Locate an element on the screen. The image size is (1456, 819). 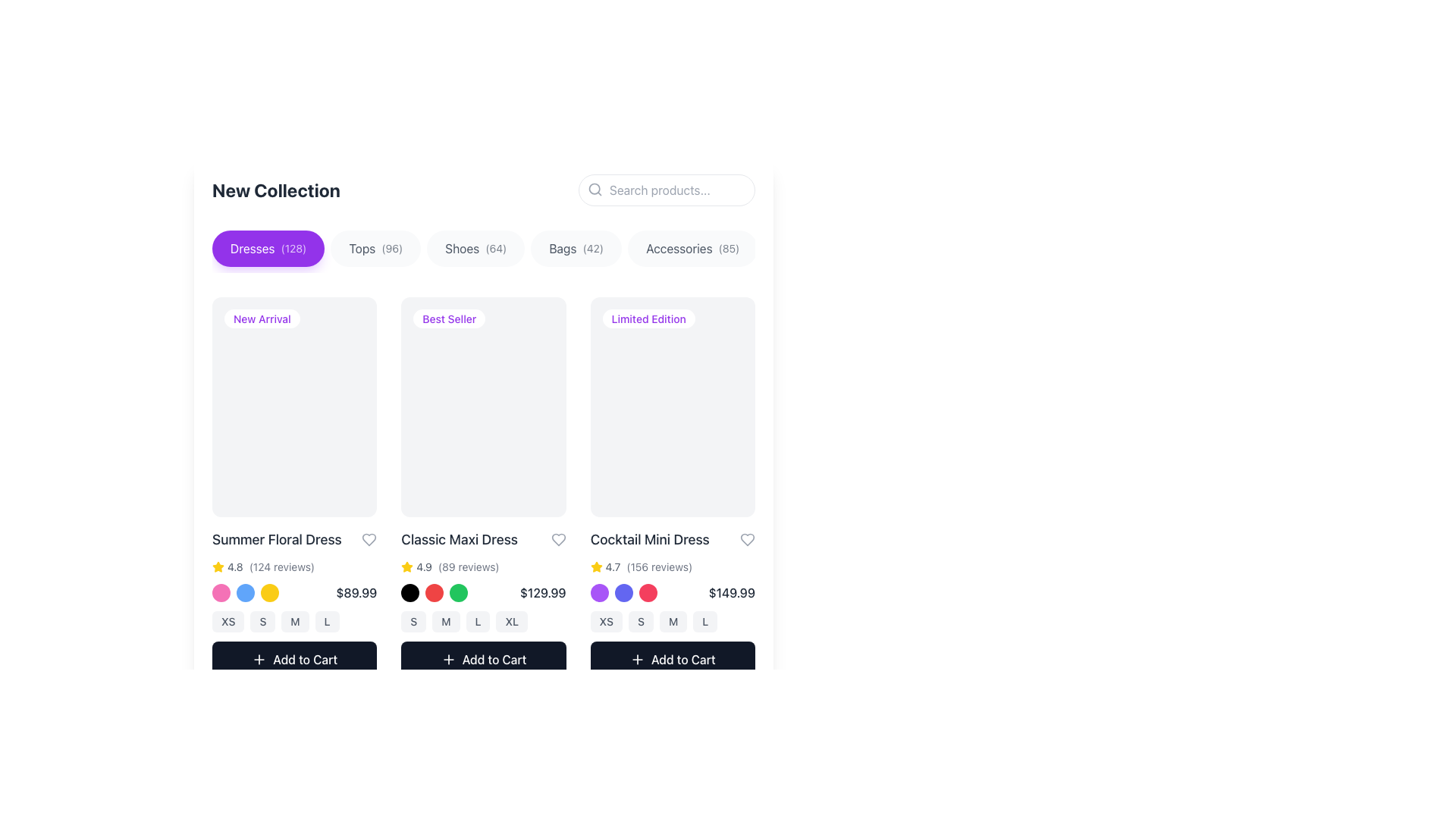
the static text label displaying the number of reviews for the 'Cocktail Mini Dress' product, located in the rating section to the right of the yellow star and numerical rating is located at coordinates (659, 566).